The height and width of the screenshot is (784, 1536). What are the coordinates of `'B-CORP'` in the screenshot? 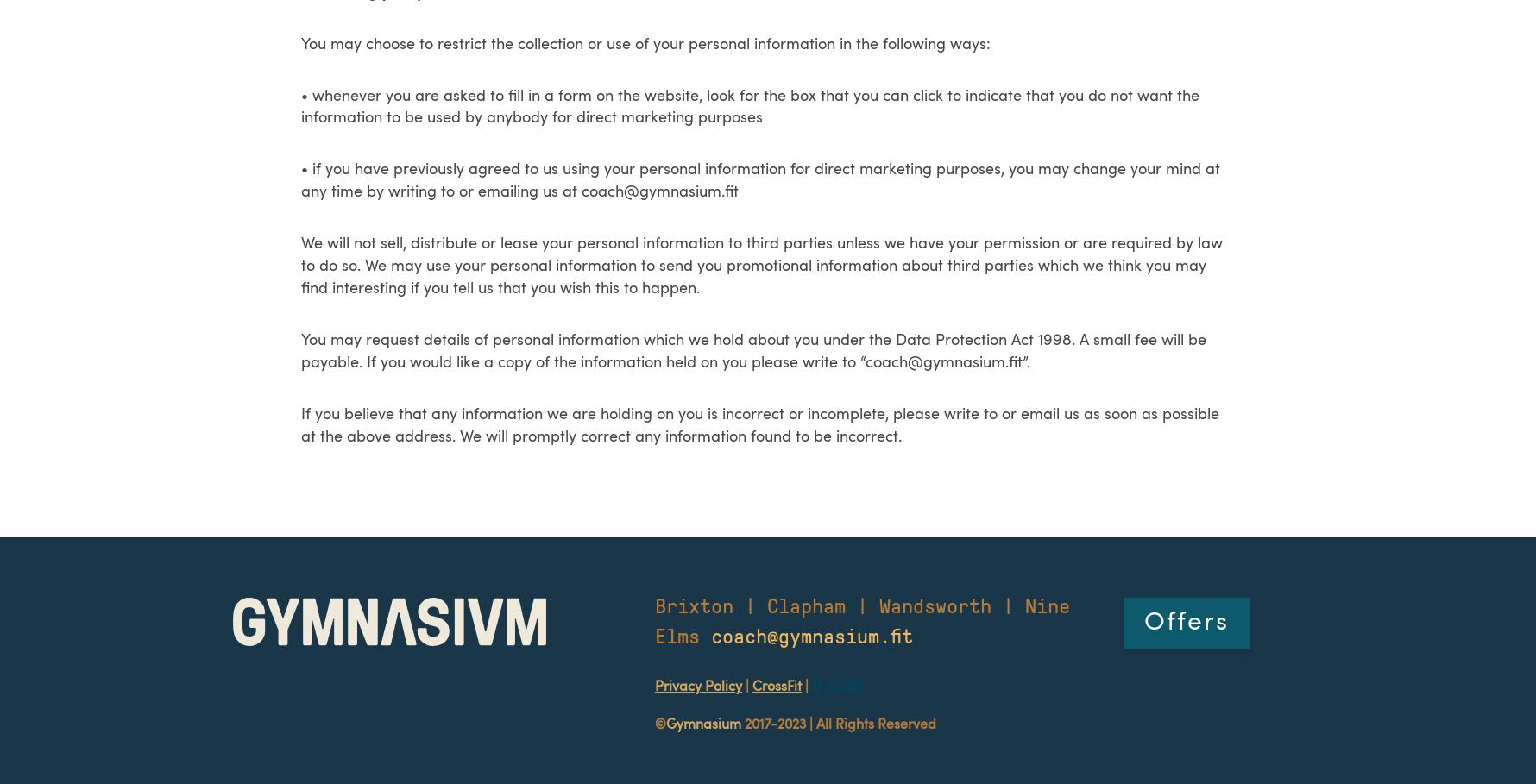 It's located at (838, 687).